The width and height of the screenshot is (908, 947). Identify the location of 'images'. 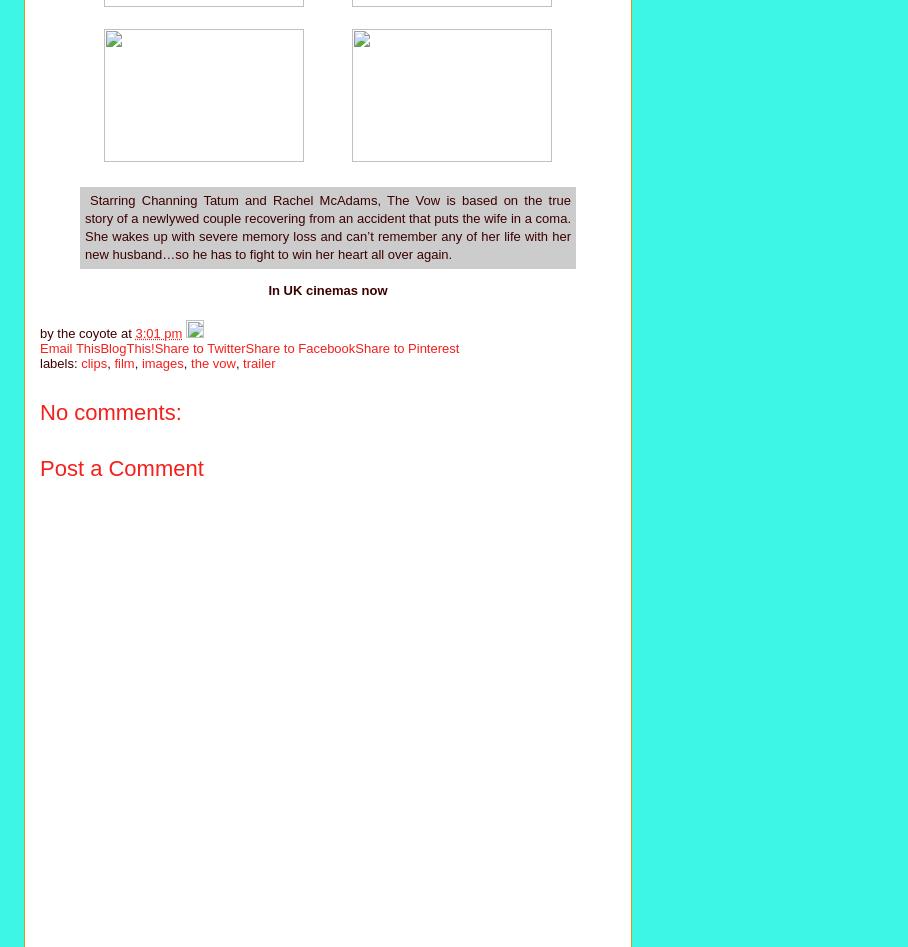
(160, 362).